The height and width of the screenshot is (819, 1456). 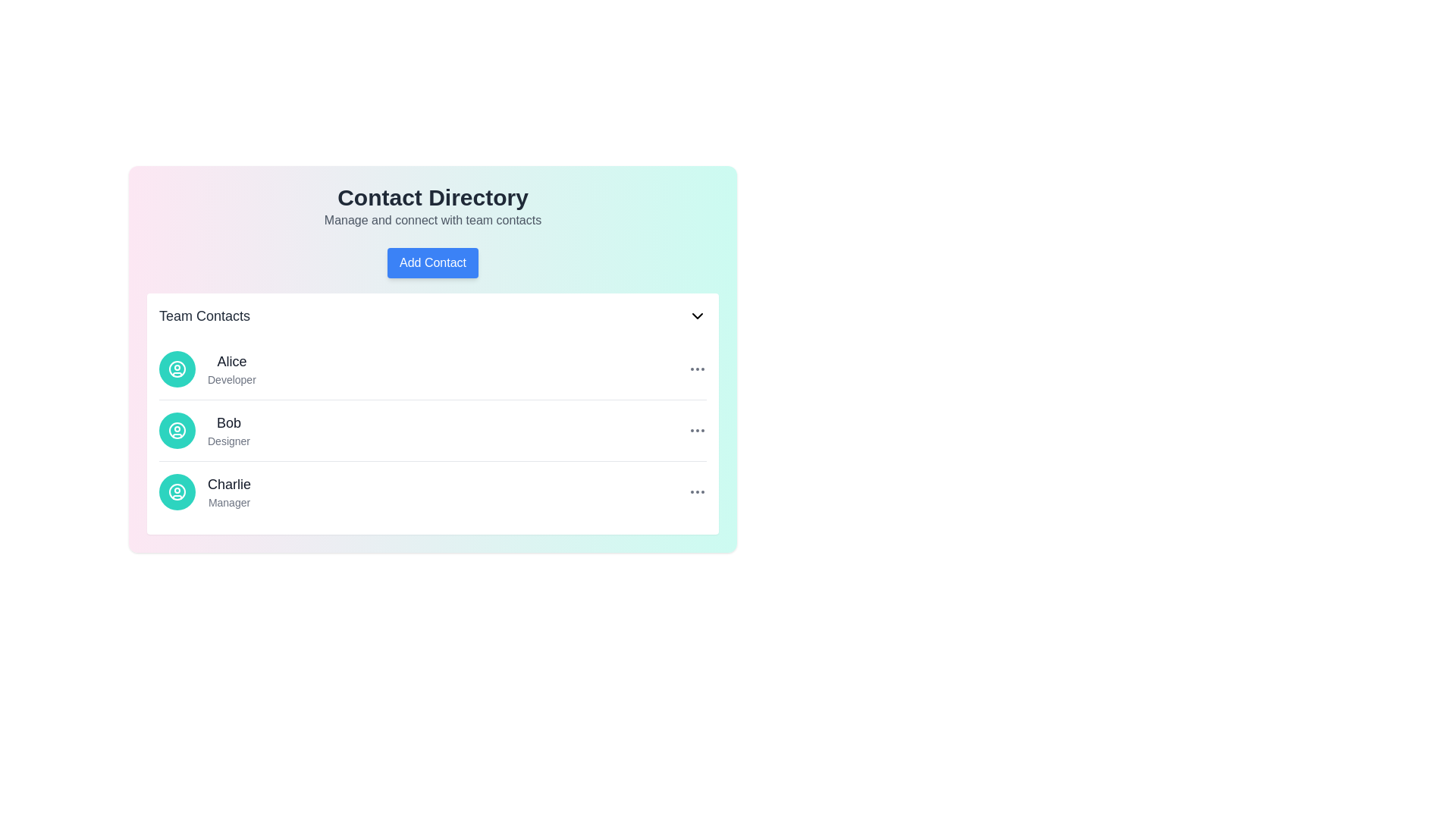 What do you see at coordinates (228, 491) in the screenshot?
I see `the non-interactive Text Label displaying the name and role of a contact in the 'Team Contacts' section, located to the right of the circular avatar icon` at bounding box center [228, 491].